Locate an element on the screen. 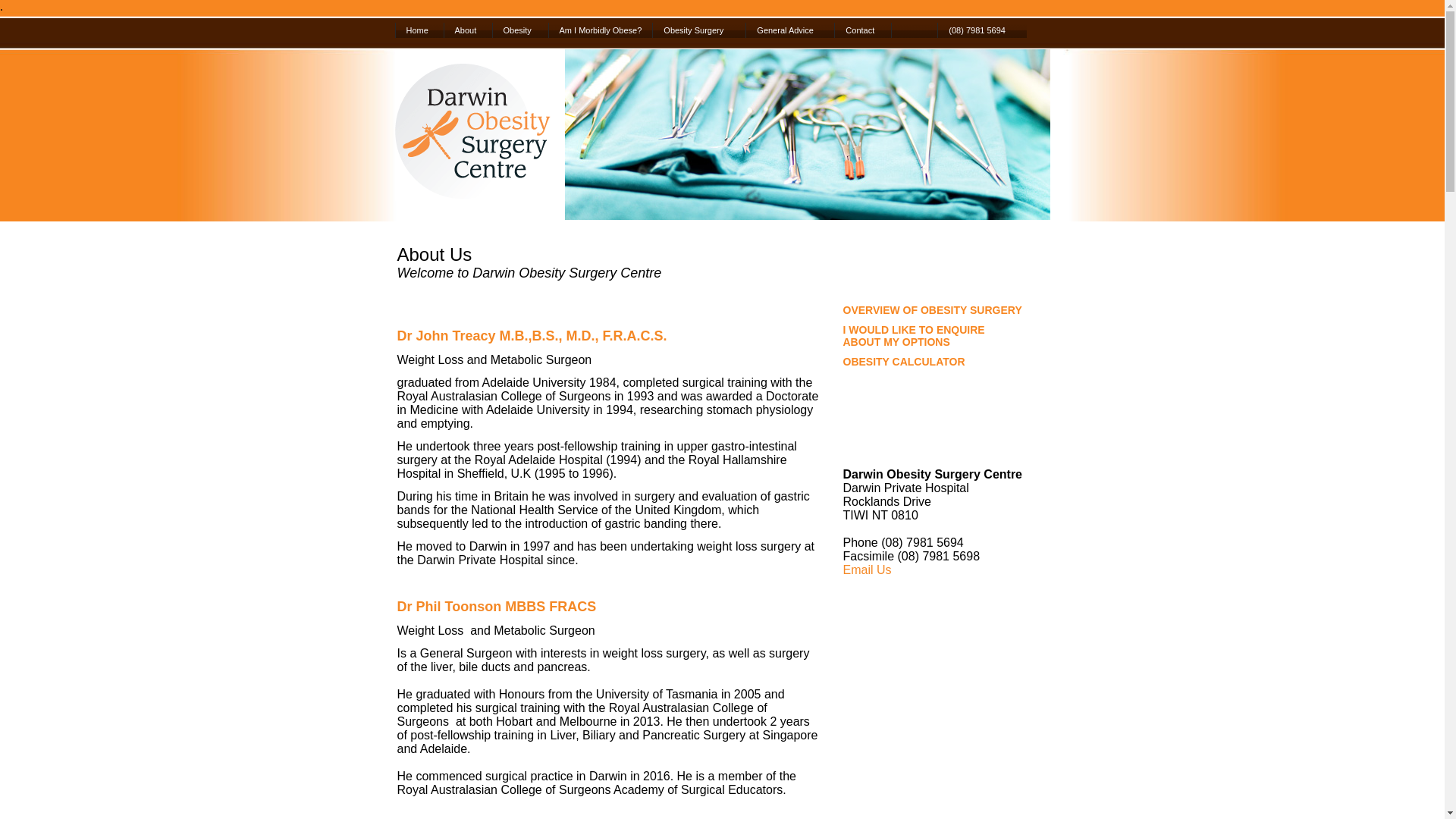 Image resolution: width=1456 pixels, height=819 pixels. 'Email Us' is located at coordinates (867, 570).